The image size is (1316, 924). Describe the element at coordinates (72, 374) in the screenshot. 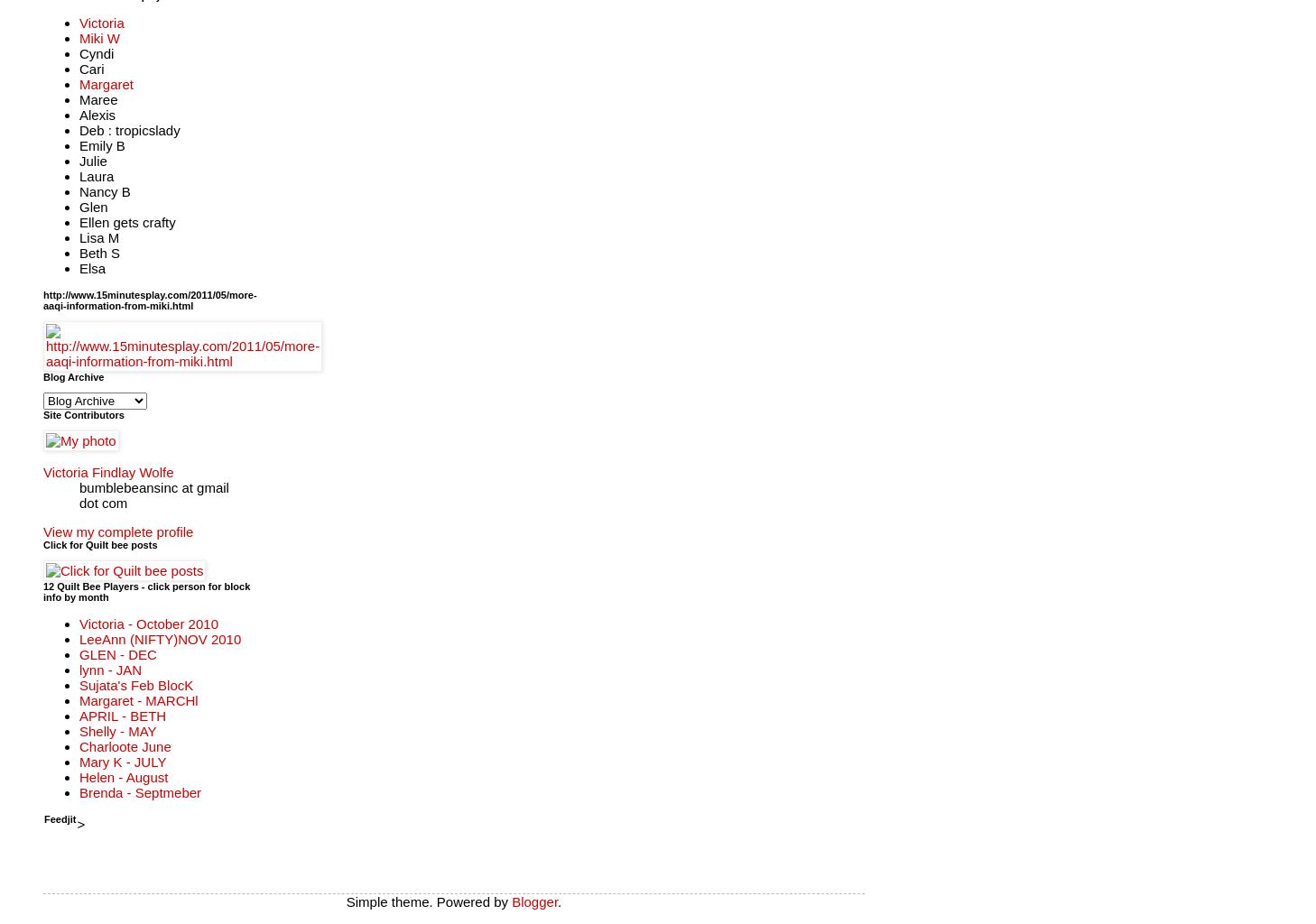

I see `'Blog Archive'` at that location.